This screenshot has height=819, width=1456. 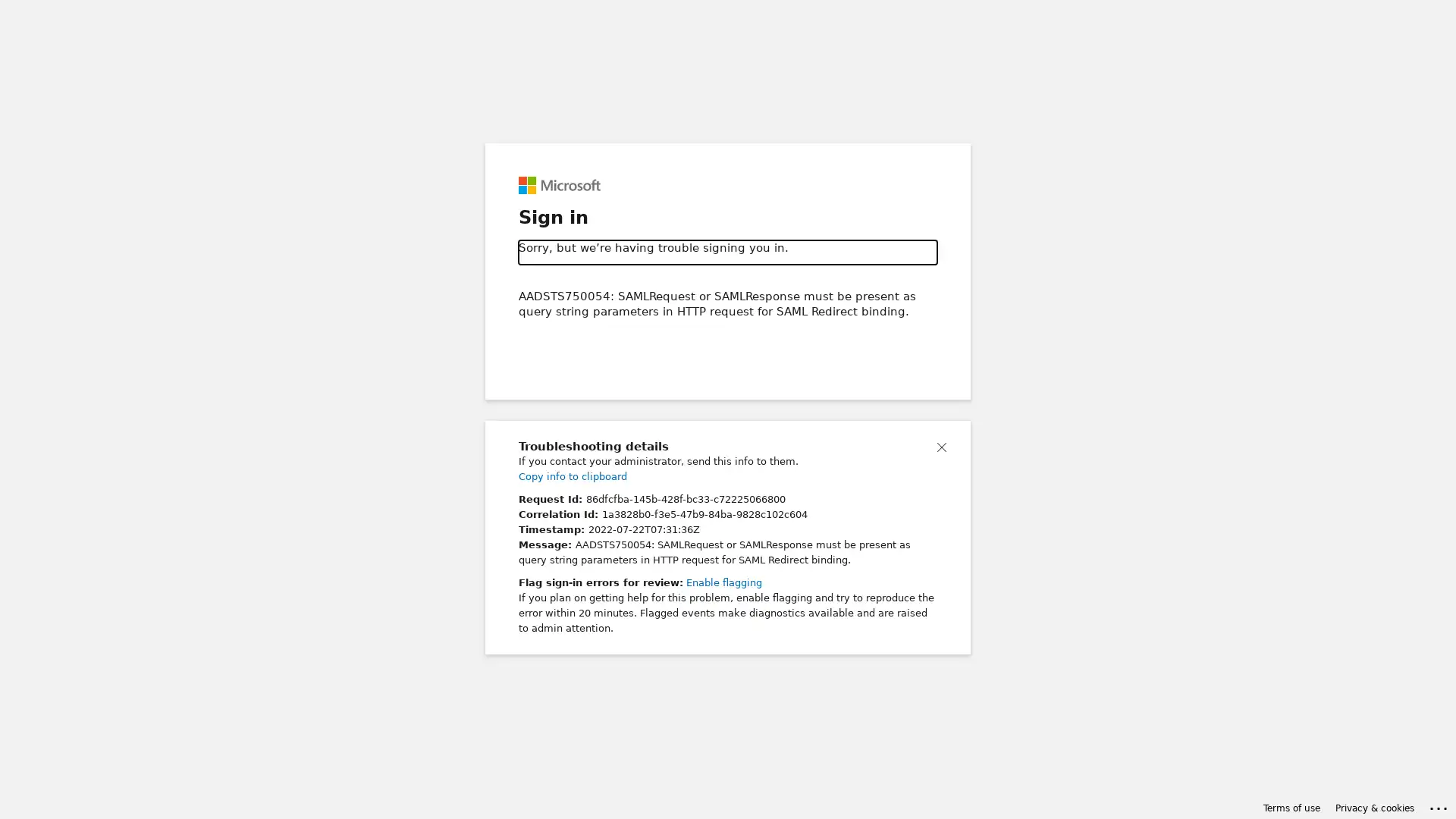 What do you see at coordinates (1439, 805) in the screenshot?
I see `Click here for troubleshooting information` at bounding box center [1439, 805].